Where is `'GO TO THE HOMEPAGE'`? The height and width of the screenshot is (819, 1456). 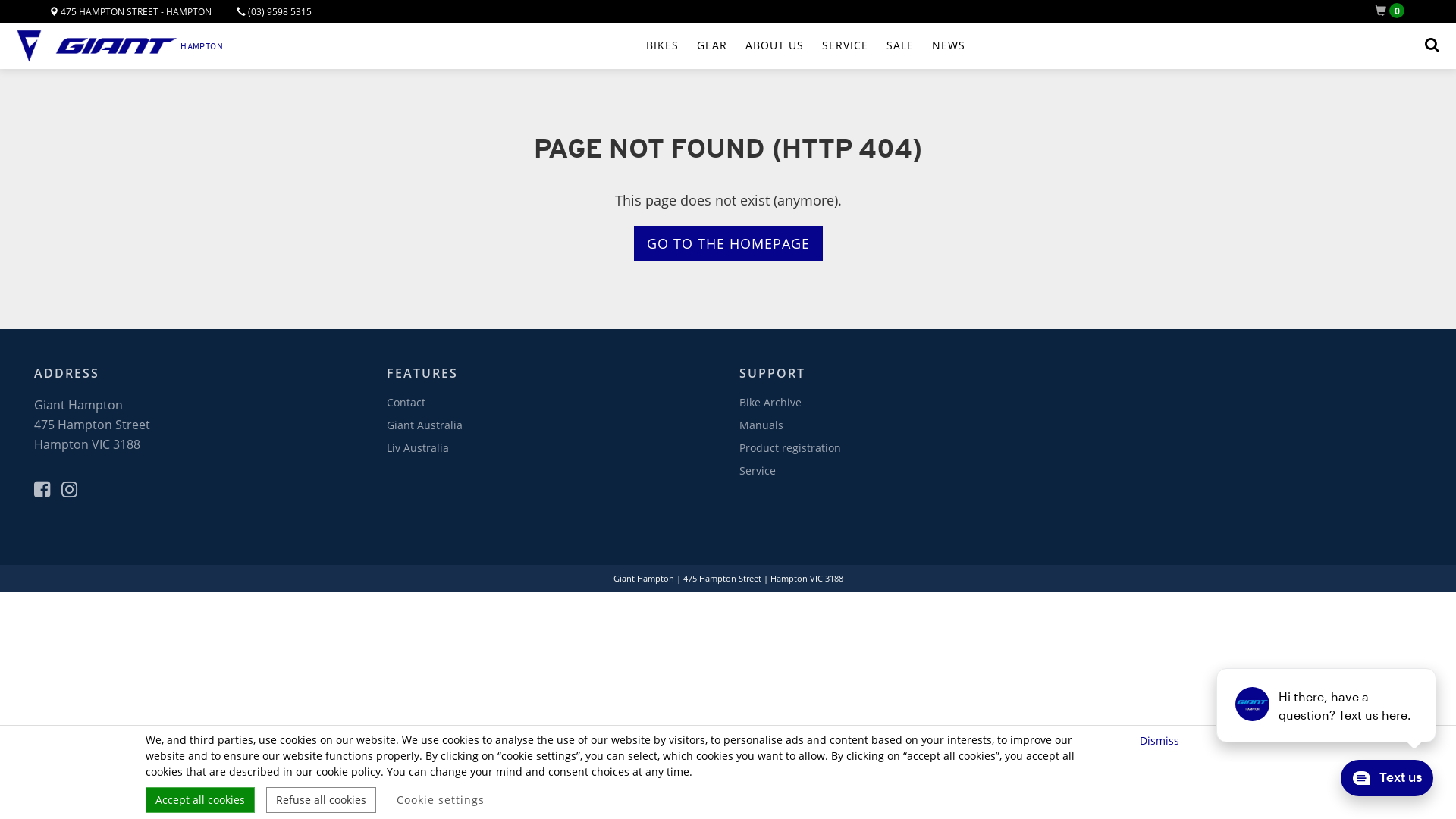 'GO TO THE HOMEPAGE' is located at coordinates (728, 242).